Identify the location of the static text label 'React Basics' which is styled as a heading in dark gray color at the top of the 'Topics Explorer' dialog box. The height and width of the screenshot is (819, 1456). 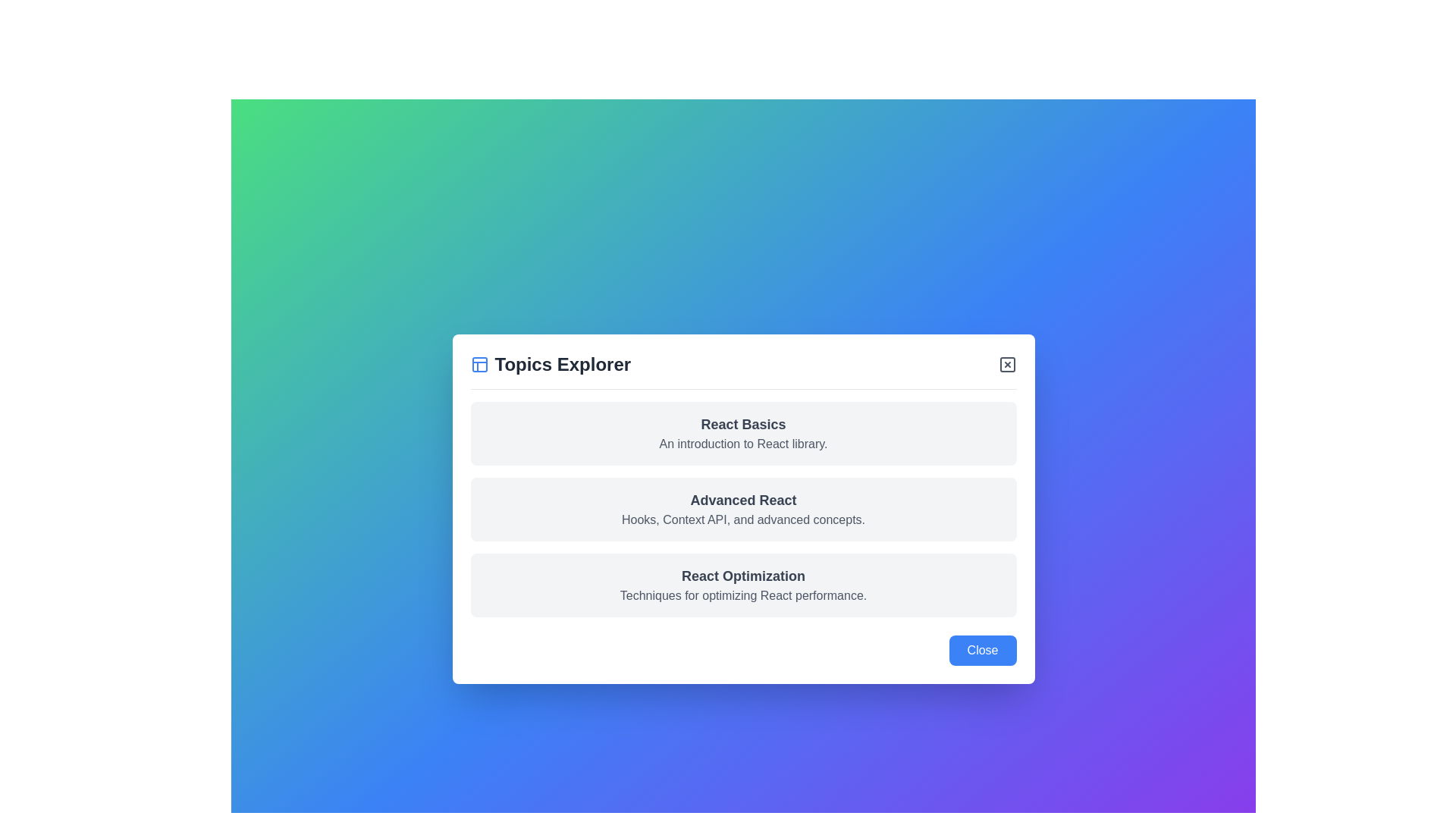
(743, 424).